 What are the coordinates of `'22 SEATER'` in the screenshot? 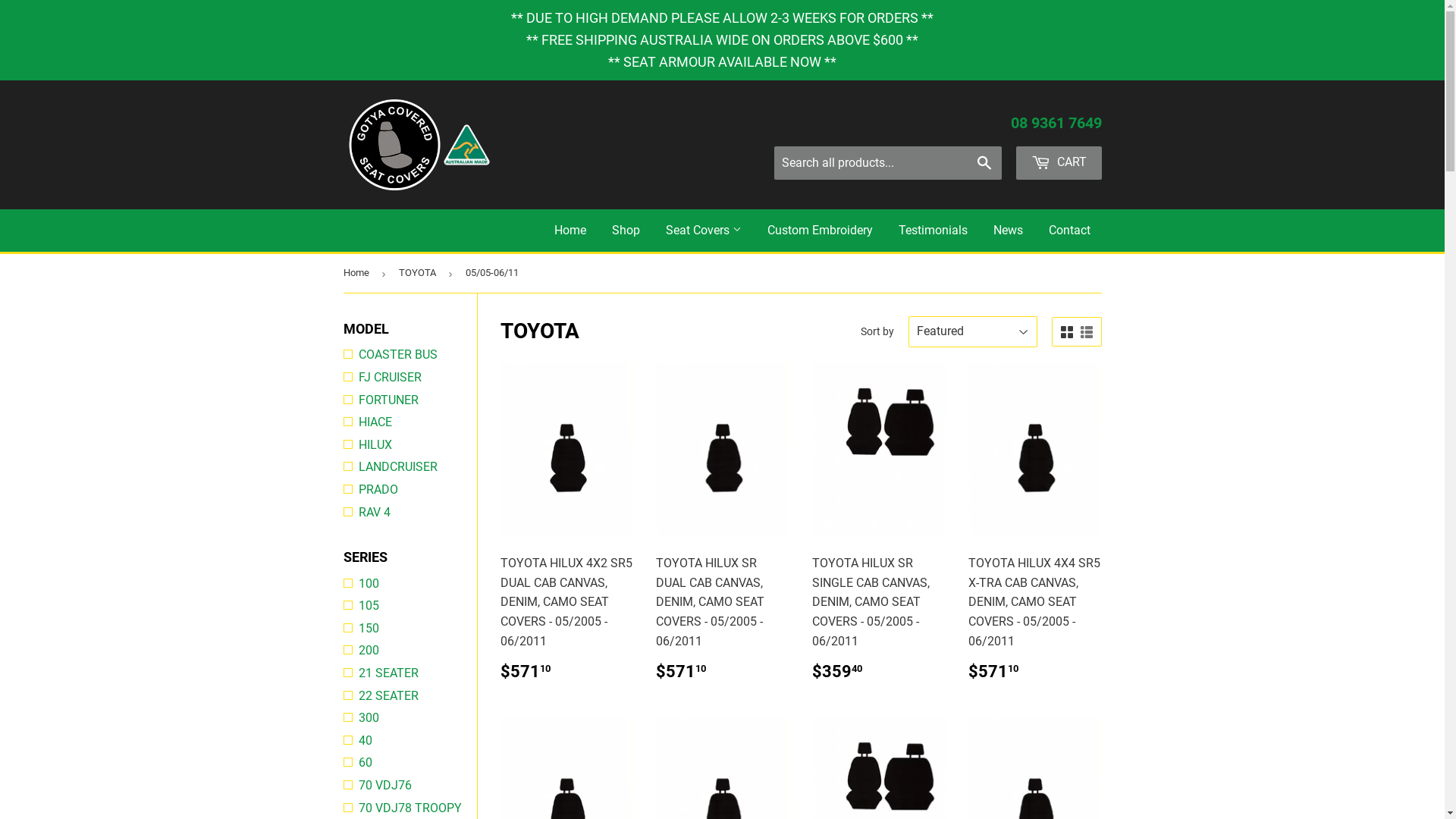 It's located at (409, 696).